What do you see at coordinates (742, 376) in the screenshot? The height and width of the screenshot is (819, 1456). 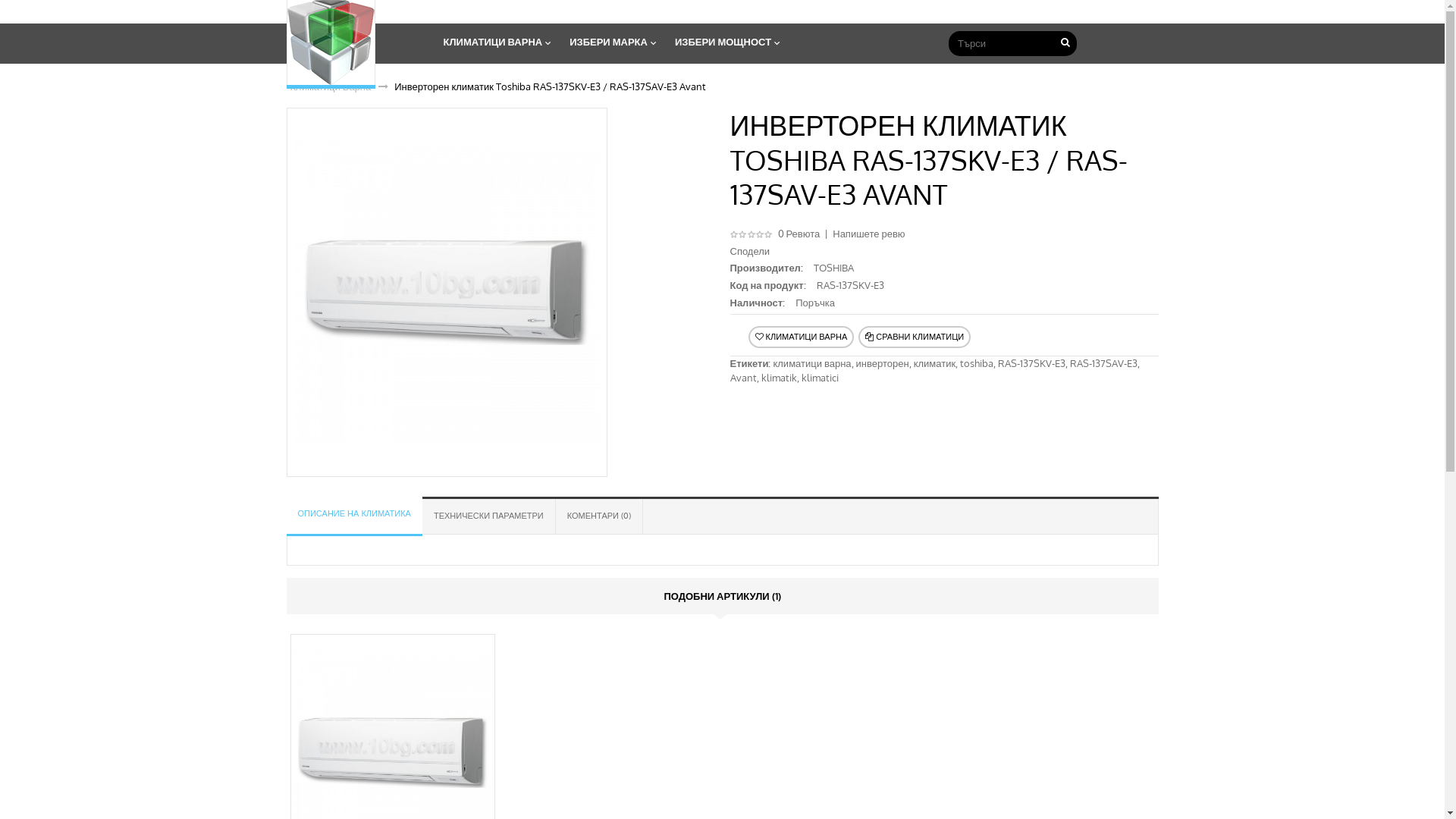 I see `'Avant'` at bounding box center [742, 376].